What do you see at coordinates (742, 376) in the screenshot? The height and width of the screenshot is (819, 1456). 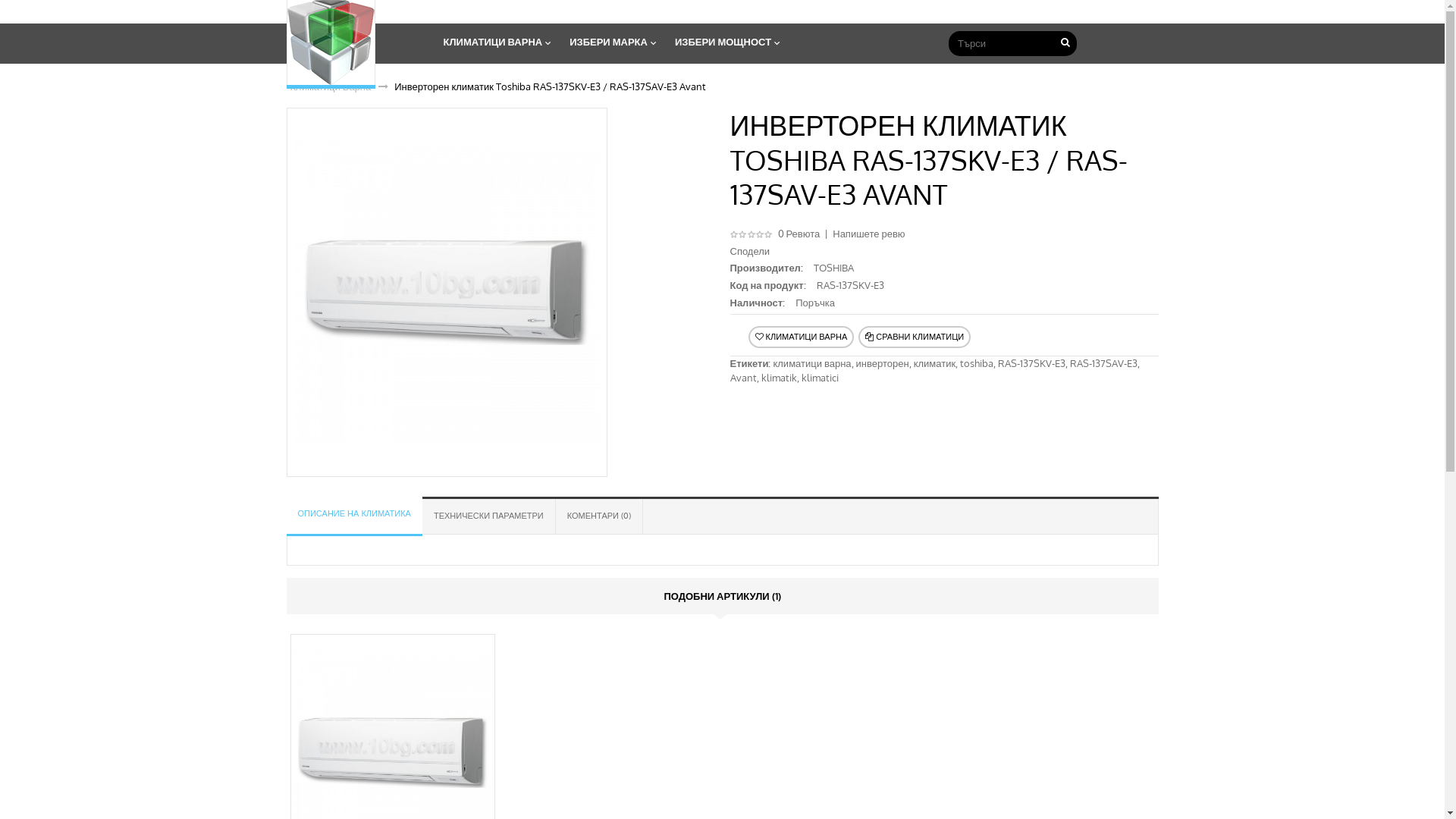 I see `'Avant'` at bounding box center [742, 376].